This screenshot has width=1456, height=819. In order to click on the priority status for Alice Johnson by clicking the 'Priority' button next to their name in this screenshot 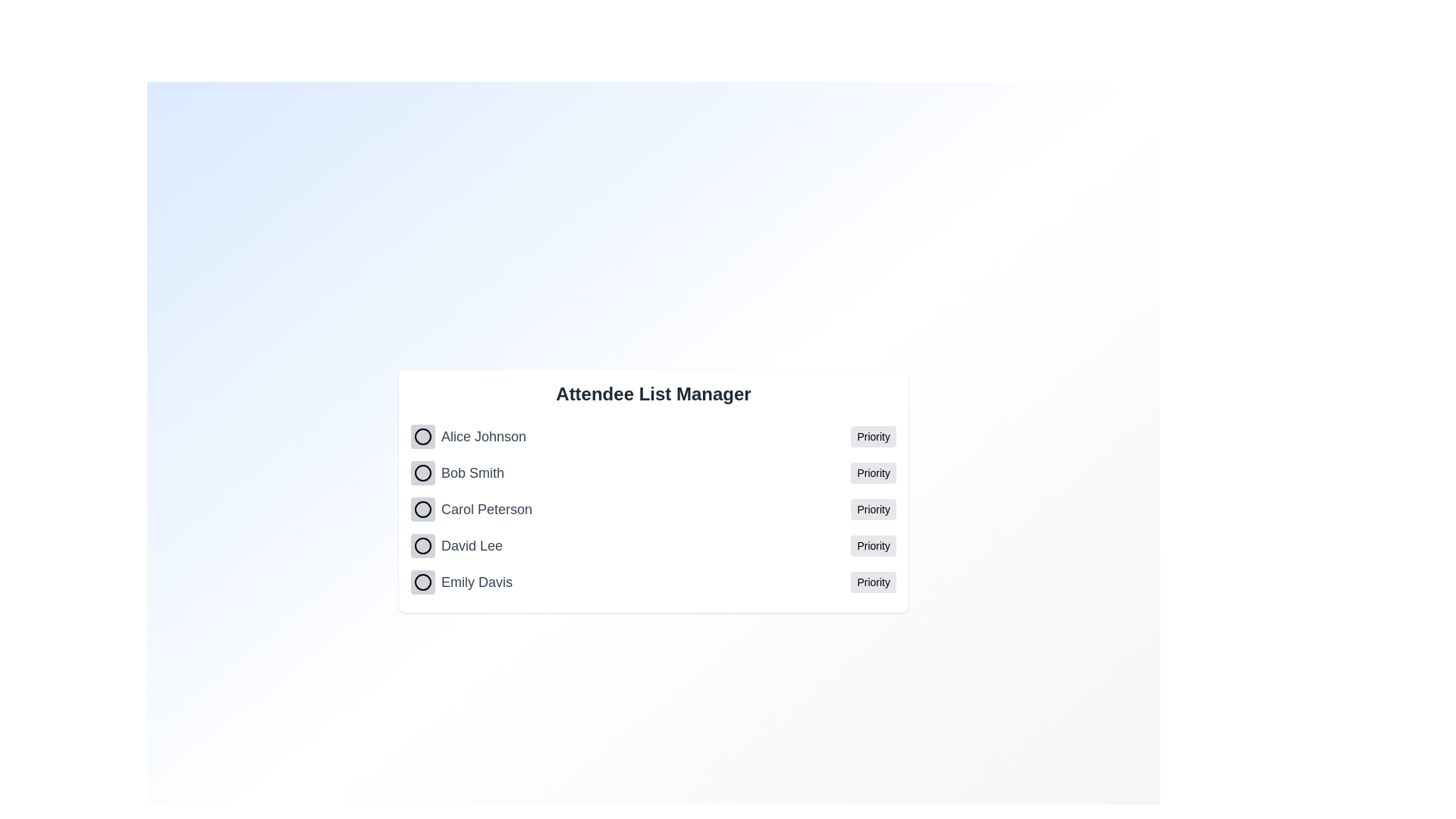, I will do `click(874, 436)`.